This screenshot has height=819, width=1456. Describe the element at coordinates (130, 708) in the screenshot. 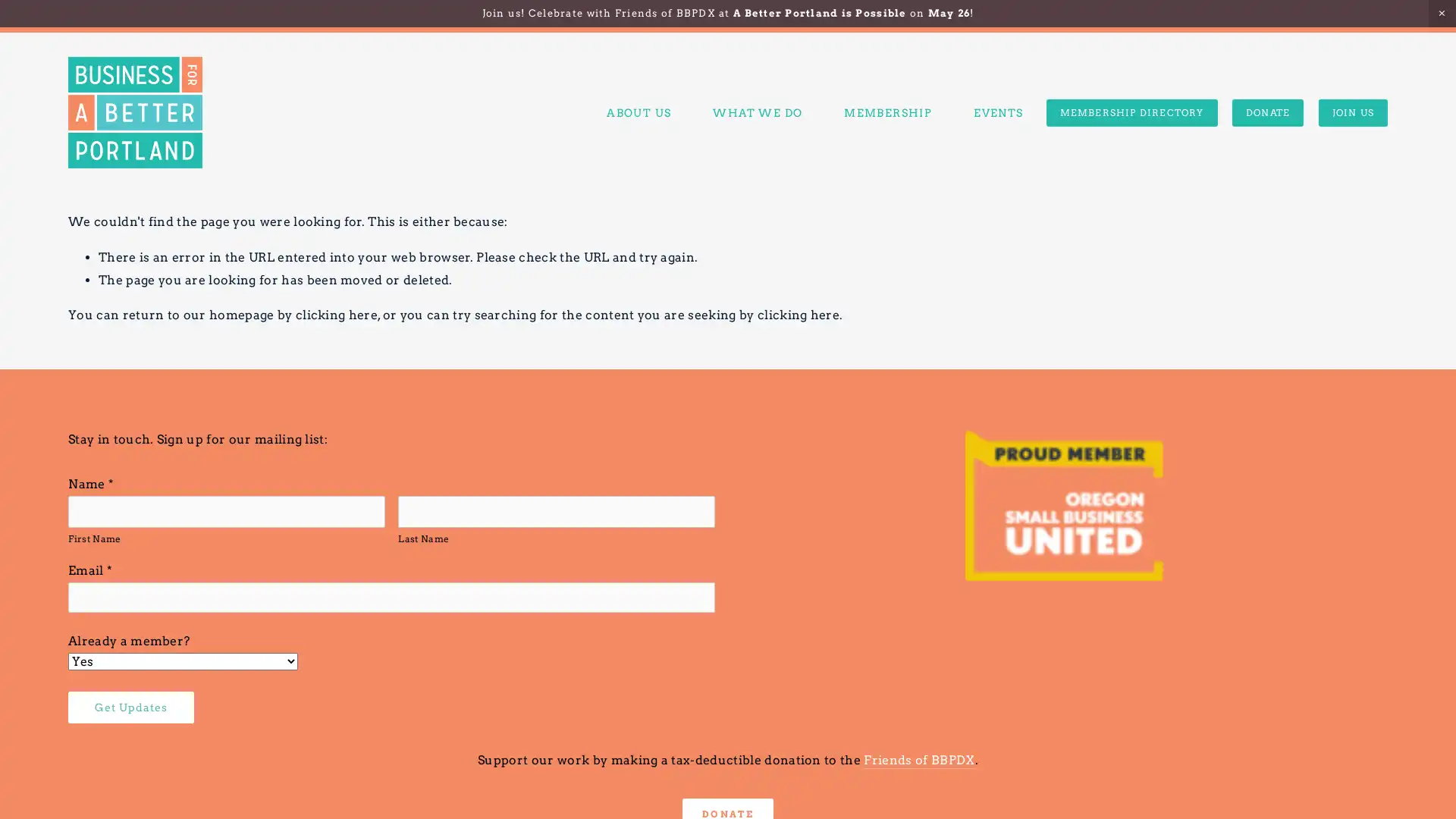

I see `Get Updates` at that location.